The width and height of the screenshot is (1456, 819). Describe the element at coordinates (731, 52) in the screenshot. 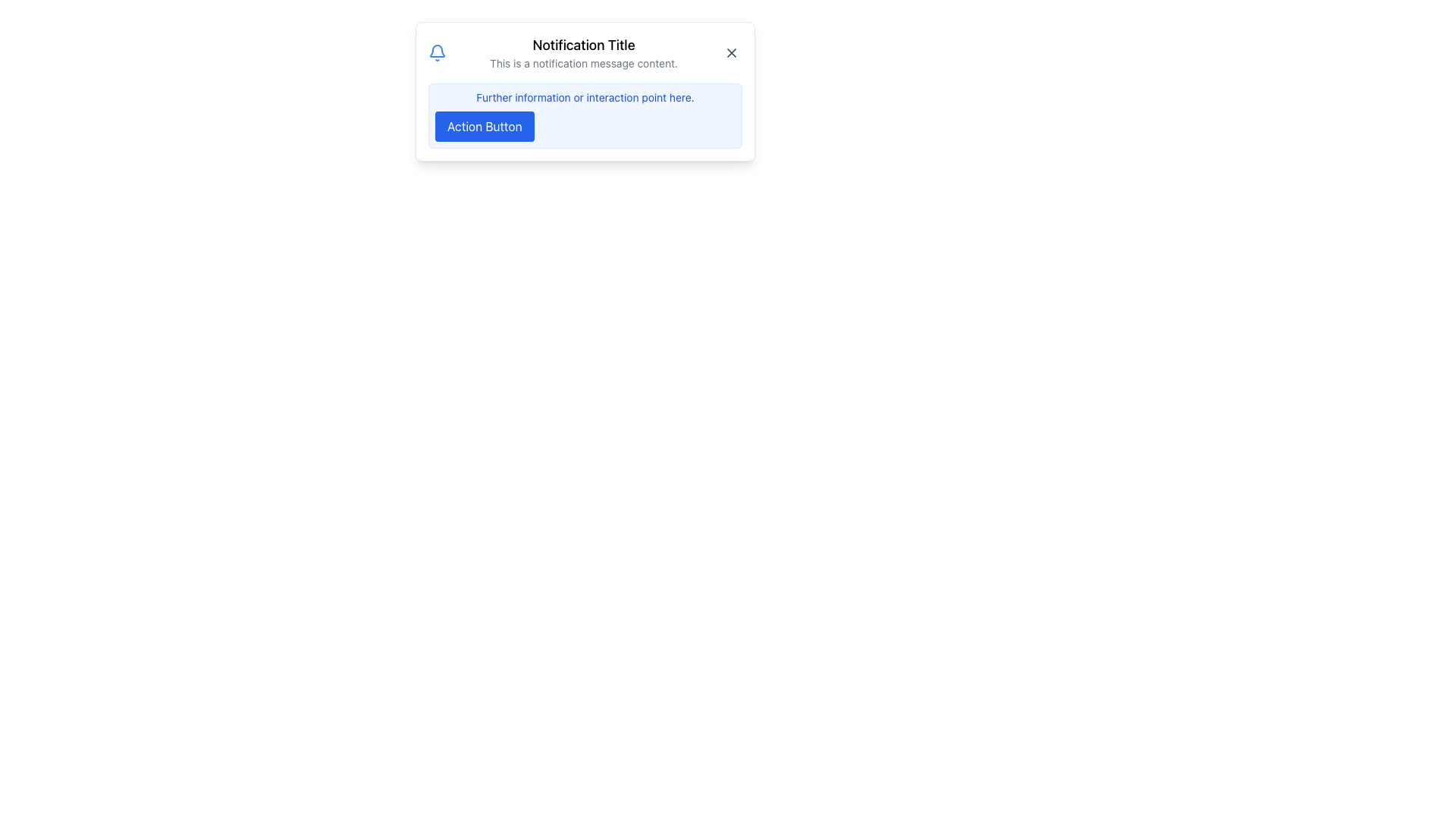

I see `the graphical icon representing a cross, which consists of diagonal lines intersecting in the middle, located at the top-right corner of a notification card` at that location.